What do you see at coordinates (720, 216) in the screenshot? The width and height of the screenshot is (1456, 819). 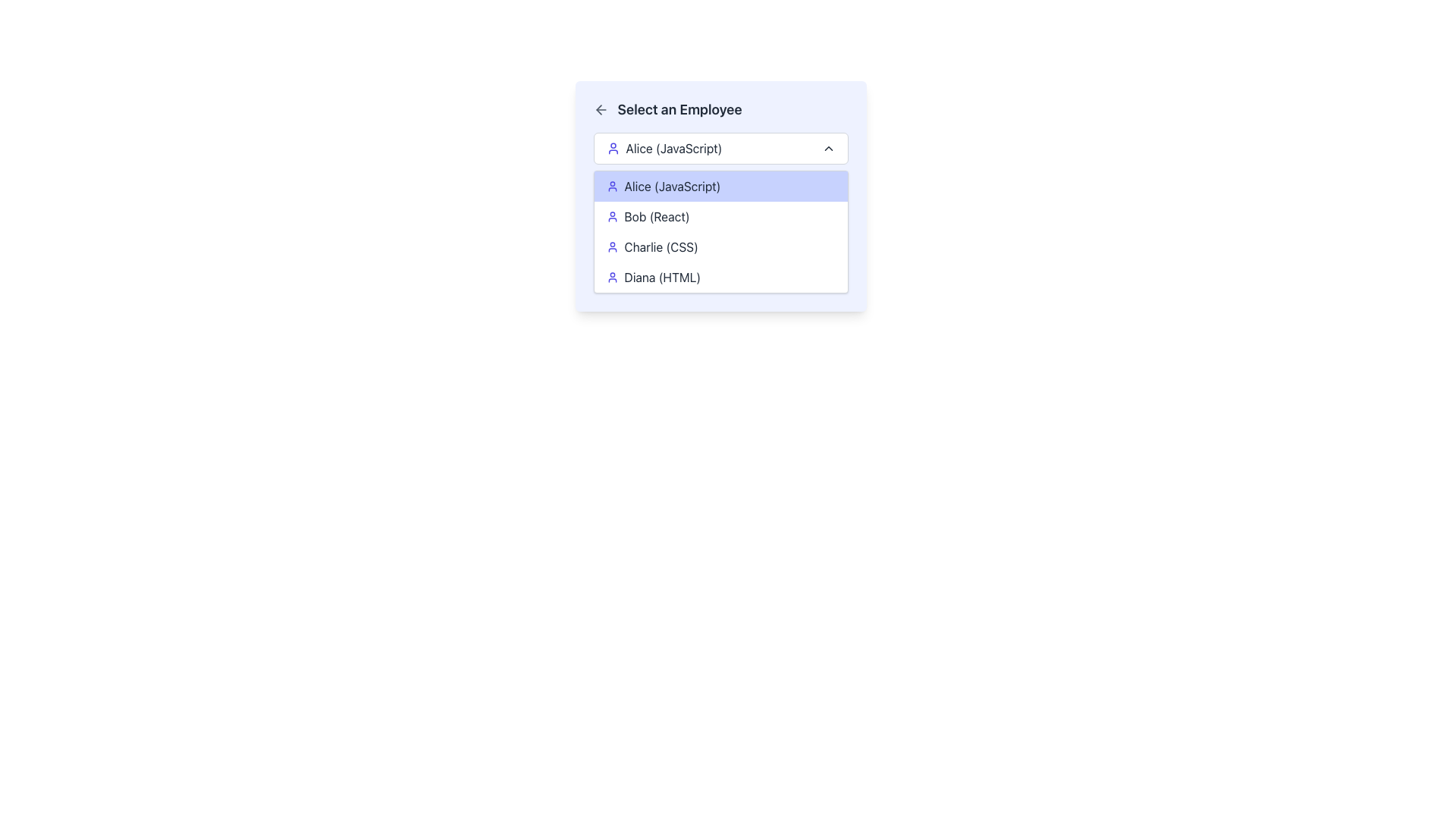 I see `the list item option 'Bob (React)' within the dropdown menu 'Select an Employee'` at bounding box center [720, 216].